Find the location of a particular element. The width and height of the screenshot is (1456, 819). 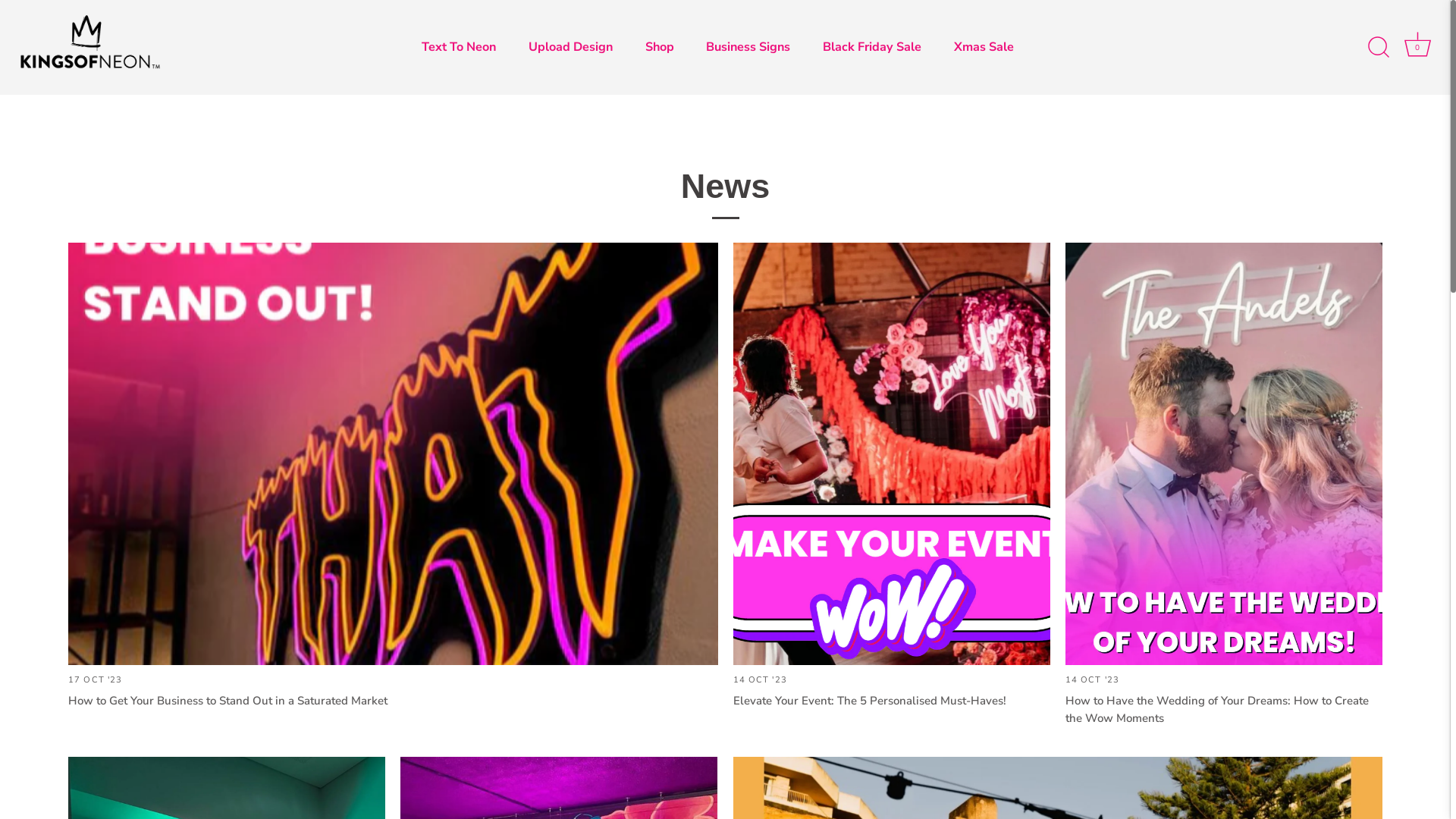

'Black Friday Sale' is located at coordinates (872, 46).